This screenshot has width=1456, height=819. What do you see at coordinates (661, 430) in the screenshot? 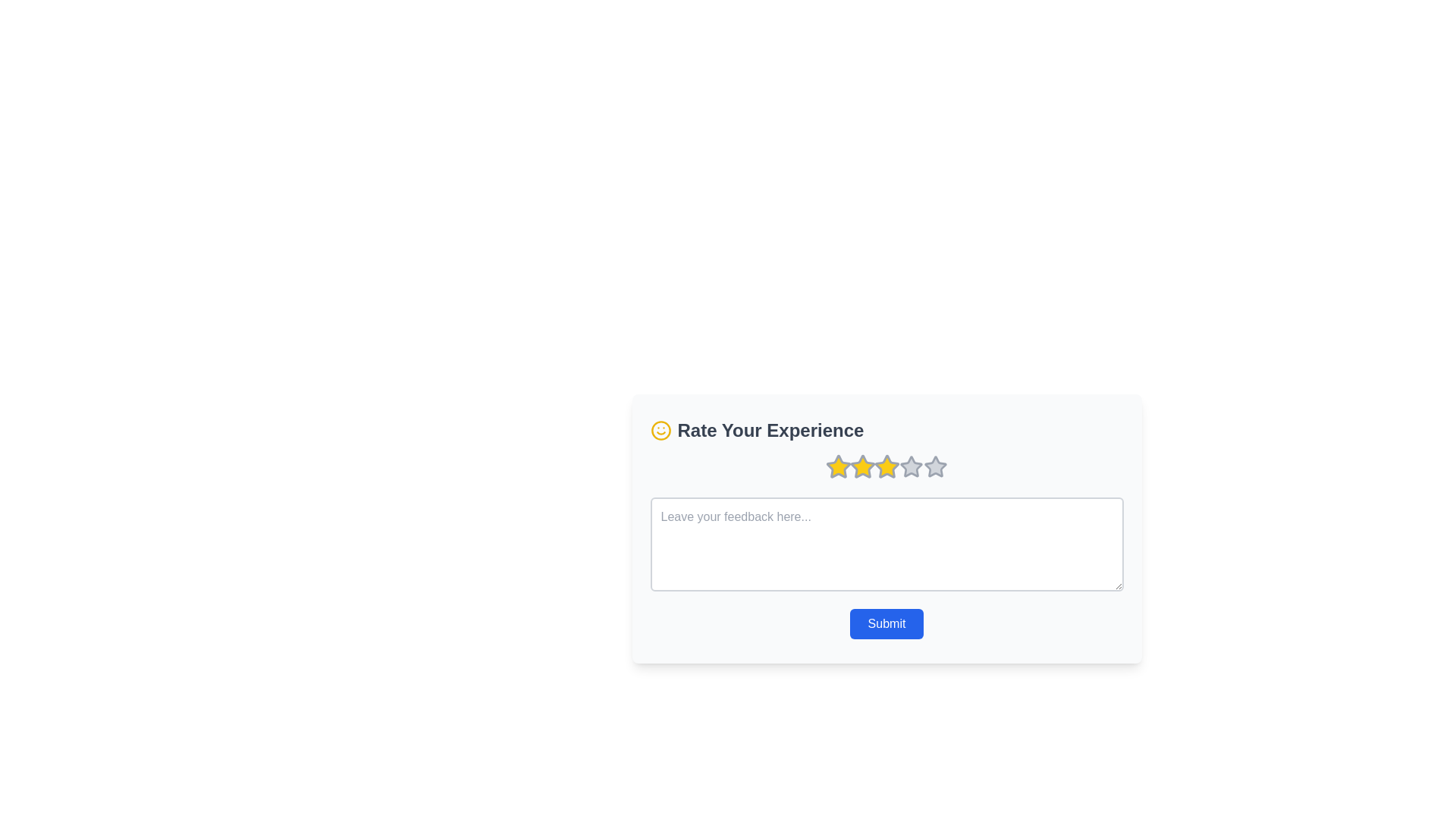
I see `the decorative icon located before the 'Rate Your Experience' section, which symbolizes positive engagement or feedback` at bounding box center [661, 430].